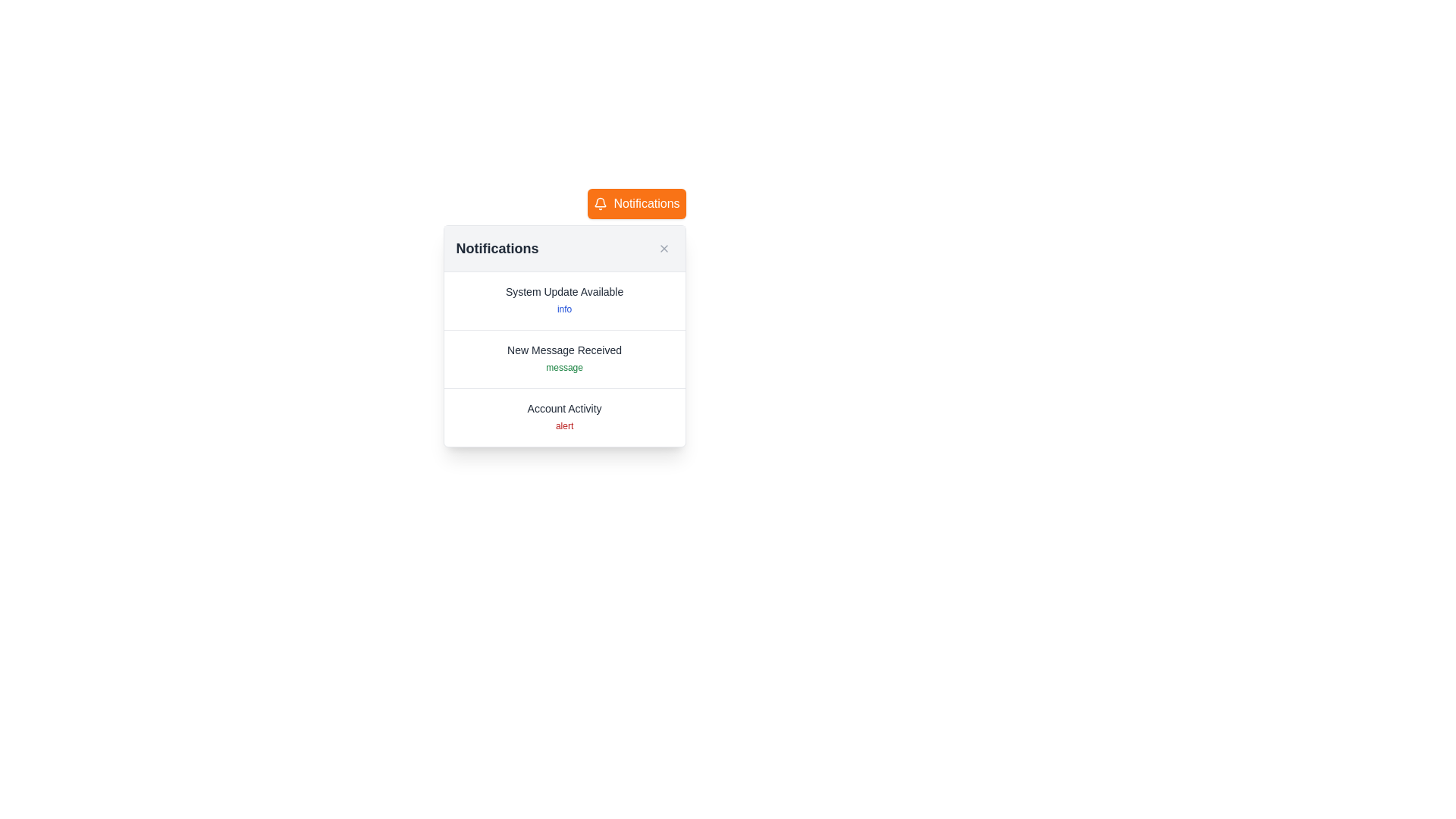 This screenshot has height=819, width=1456. Describe the element at coordinates (563, 292) in the screenshot. I see `the static text label displaying 'System Update Available', which is located at the top of the first notification card` at that location.